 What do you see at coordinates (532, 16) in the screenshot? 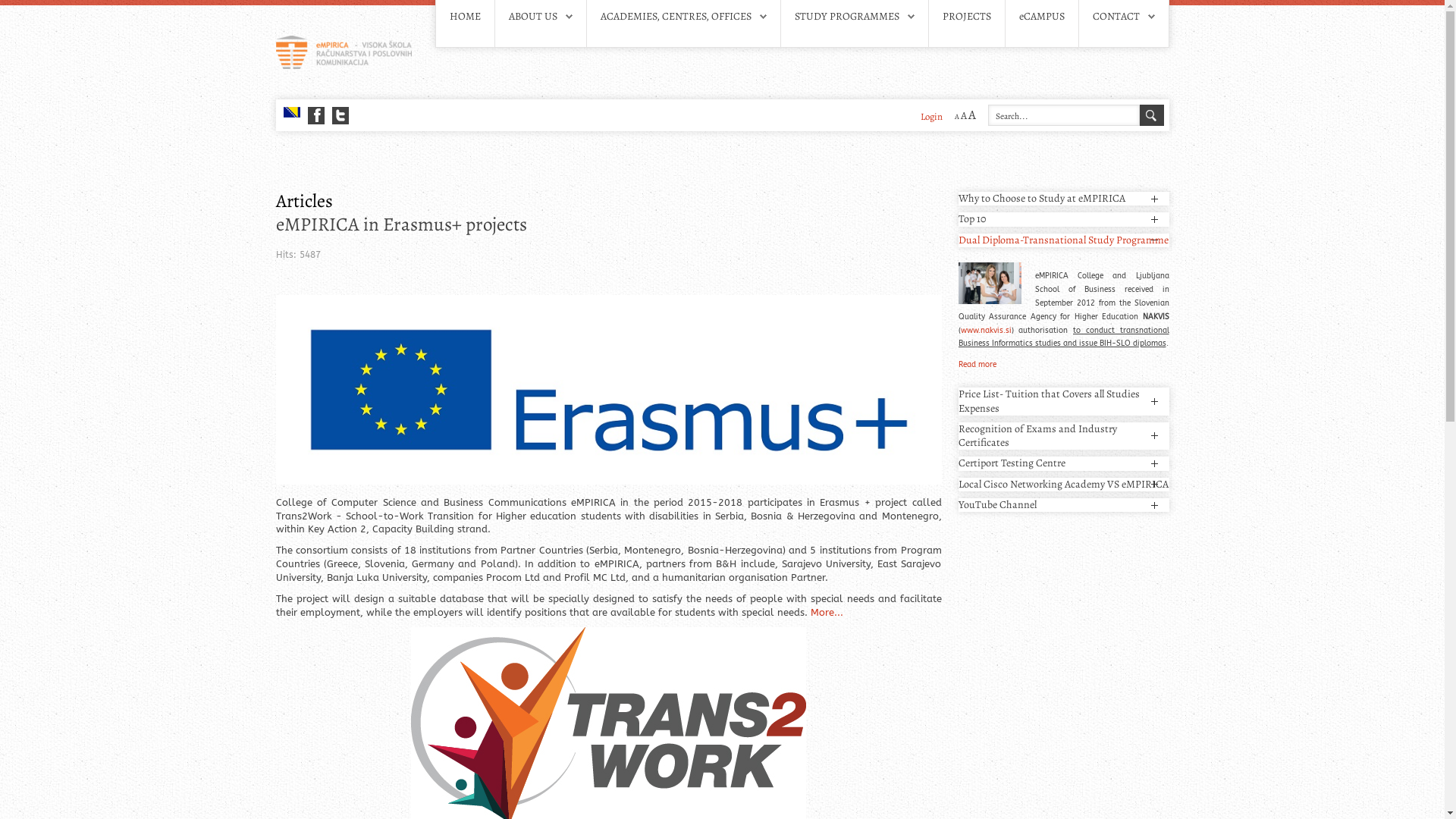
I see `'ABOUT US'` at bounding box center [532, 16].